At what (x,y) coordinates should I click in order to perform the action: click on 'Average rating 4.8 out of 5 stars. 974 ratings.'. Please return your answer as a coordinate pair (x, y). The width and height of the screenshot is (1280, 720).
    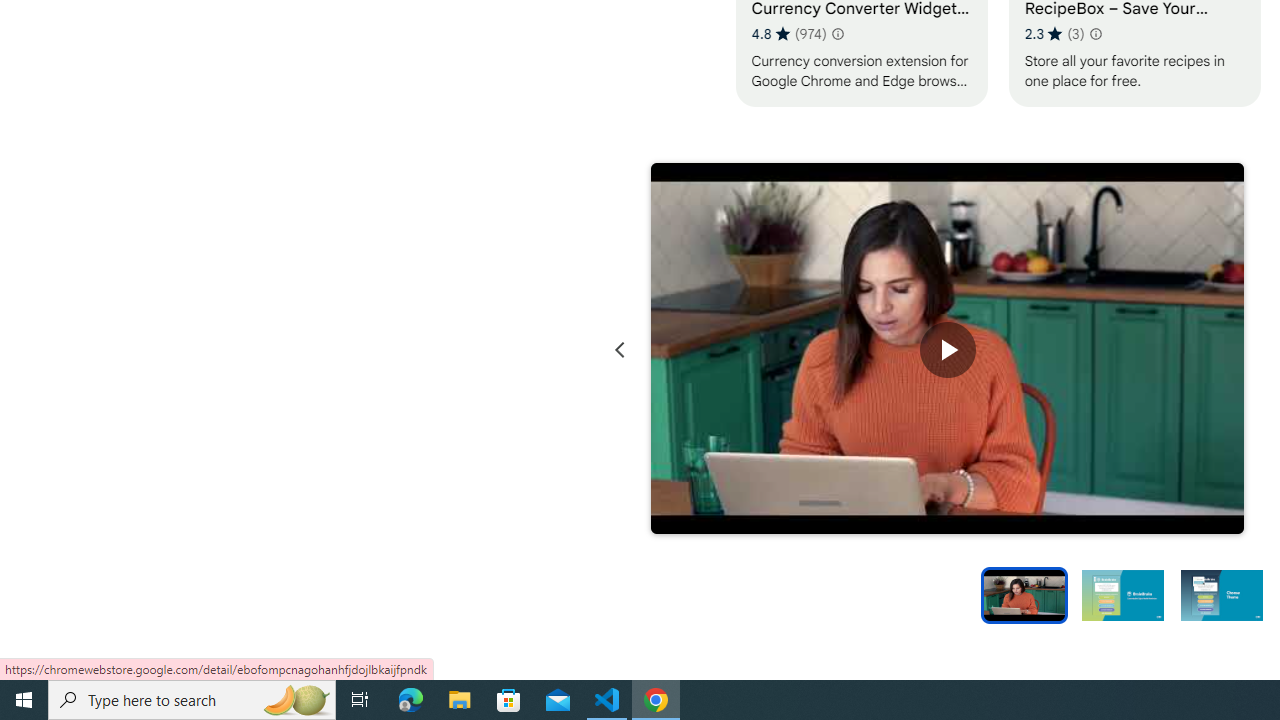
    Looking at the image, I should click on (788, 33).